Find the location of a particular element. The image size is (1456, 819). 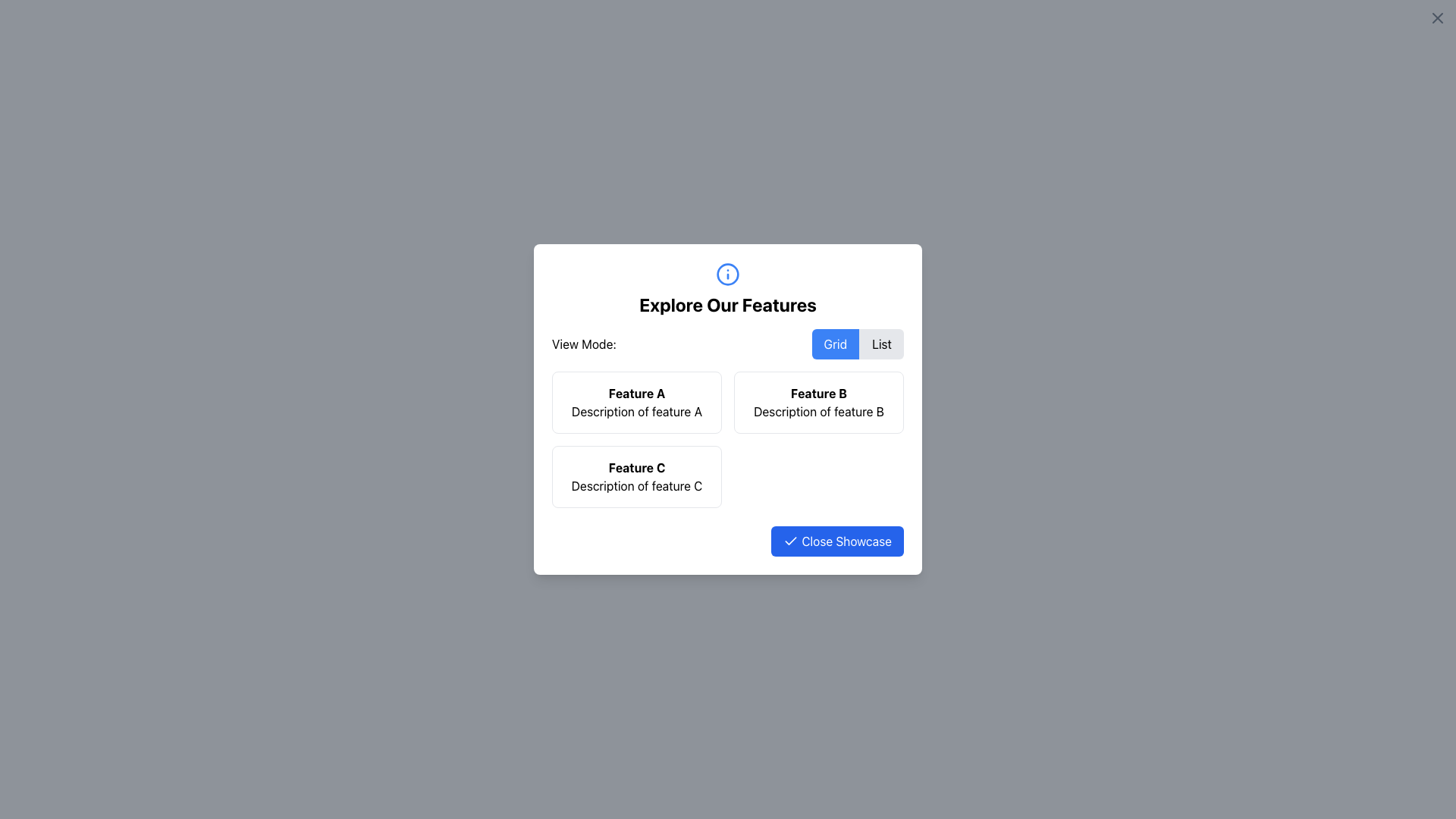

the bold-styled text label displaying 'Feature C', which is located at the top of a rectangular card in the bottom left of the interface is located at coordinates (637, 467).